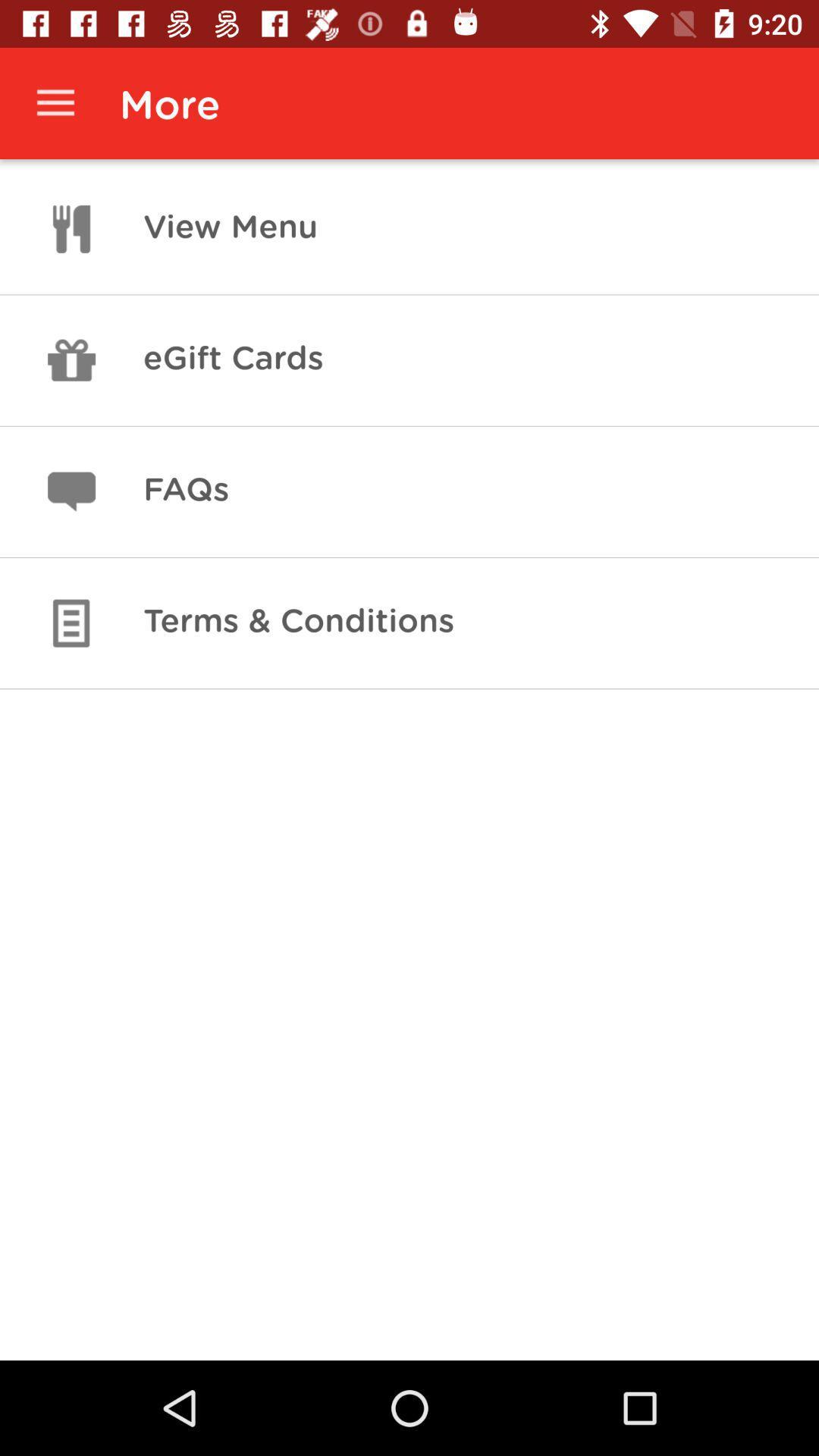 This screenshot has width=819, height=1456. Describe the element at coordinates (233, 359) in the screenshot. I see `the egift cards item` at that location.